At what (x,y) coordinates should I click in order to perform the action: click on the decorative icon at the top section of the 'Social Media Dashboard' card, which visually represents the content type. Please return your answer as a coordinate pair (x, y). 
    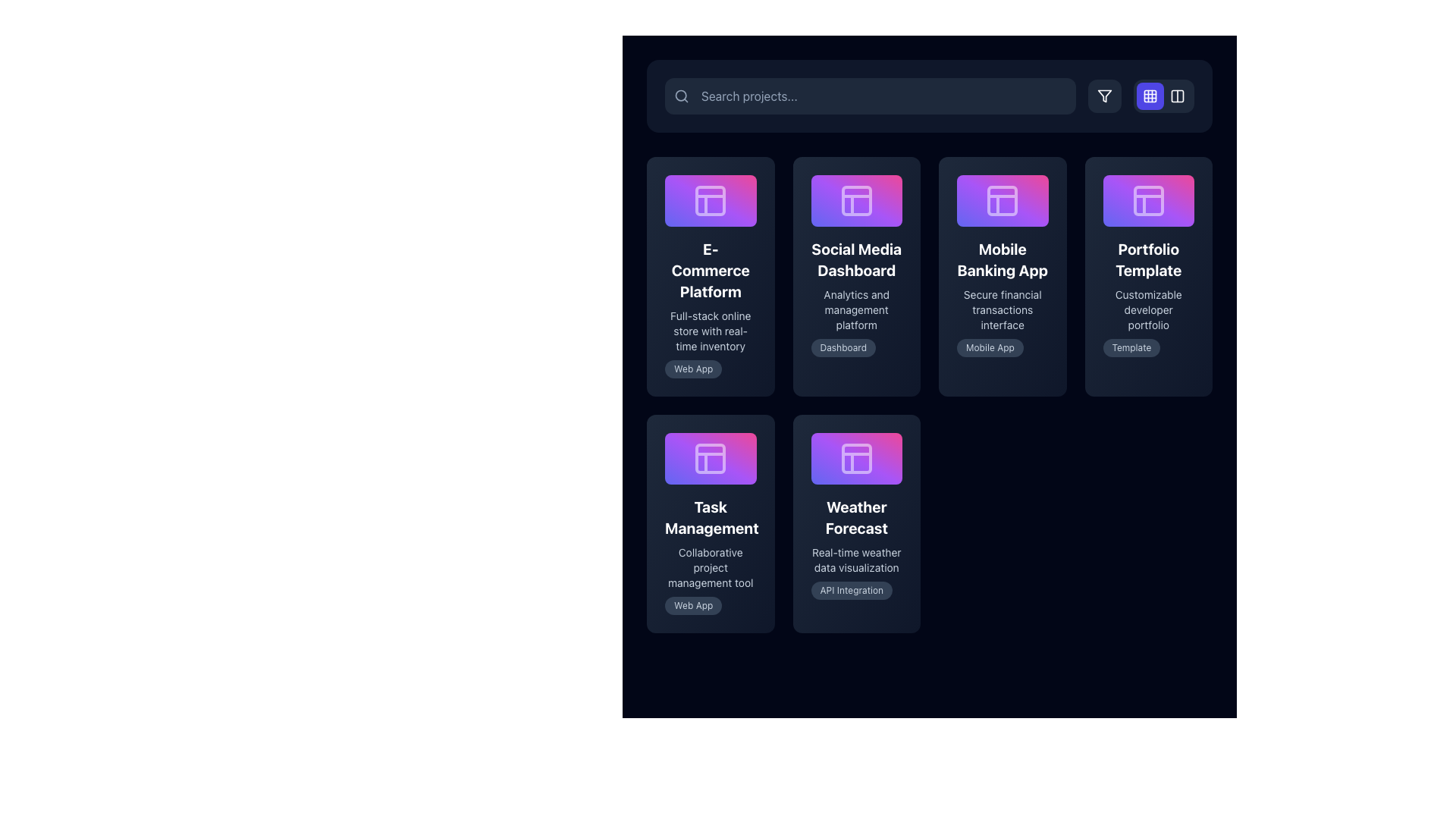
    Looking at the image, I should click on (856, 199).